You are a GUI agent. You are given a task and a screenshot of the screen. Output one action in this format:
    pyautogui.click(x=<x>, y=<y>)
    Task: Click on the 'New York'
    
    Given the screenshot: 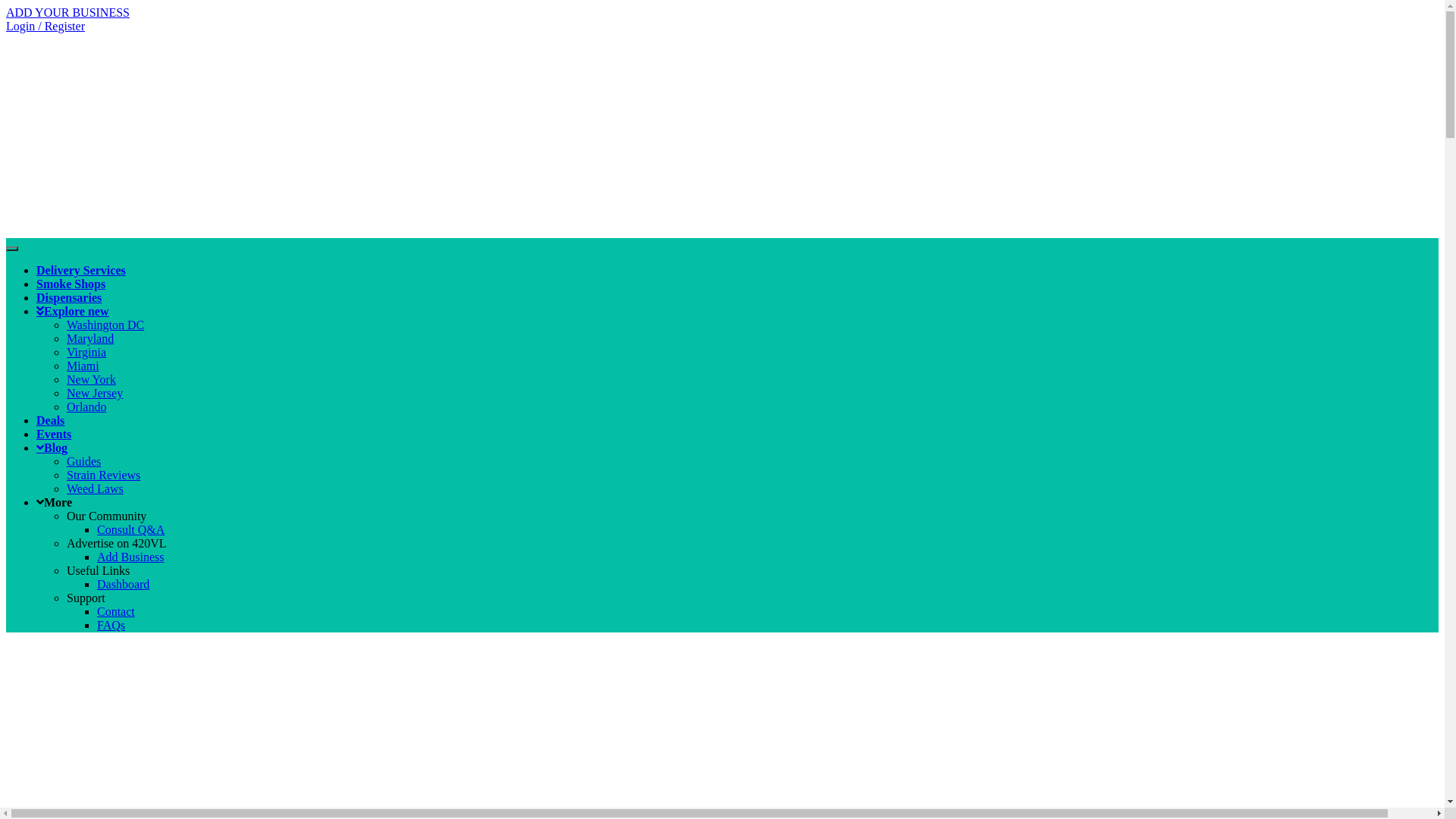 What is the action you would take?
    pyautogui.click(x=90, y=378)
    